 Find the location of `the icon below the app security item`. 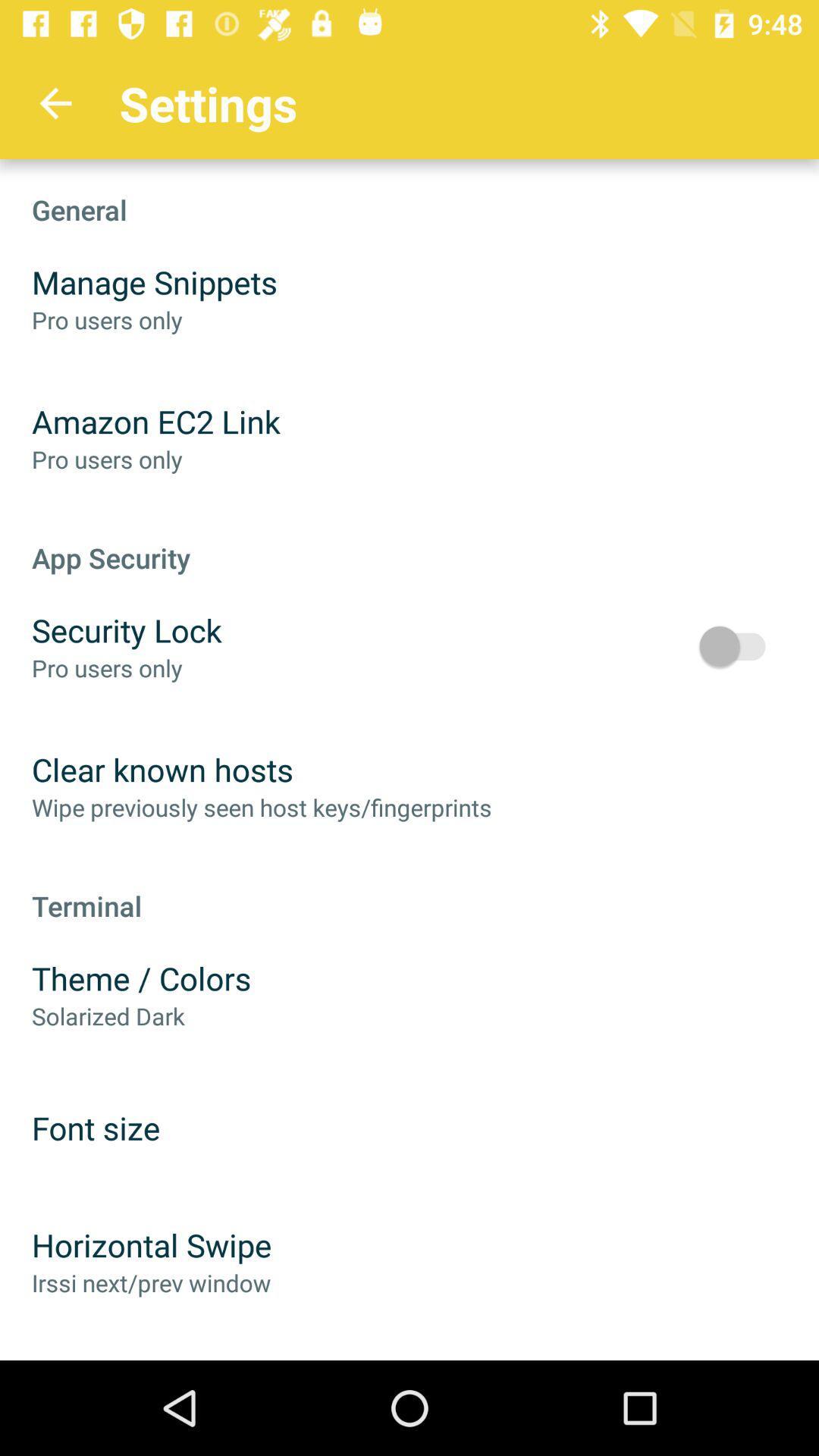

the icon below the app security item is located at coordinates (739, 646).